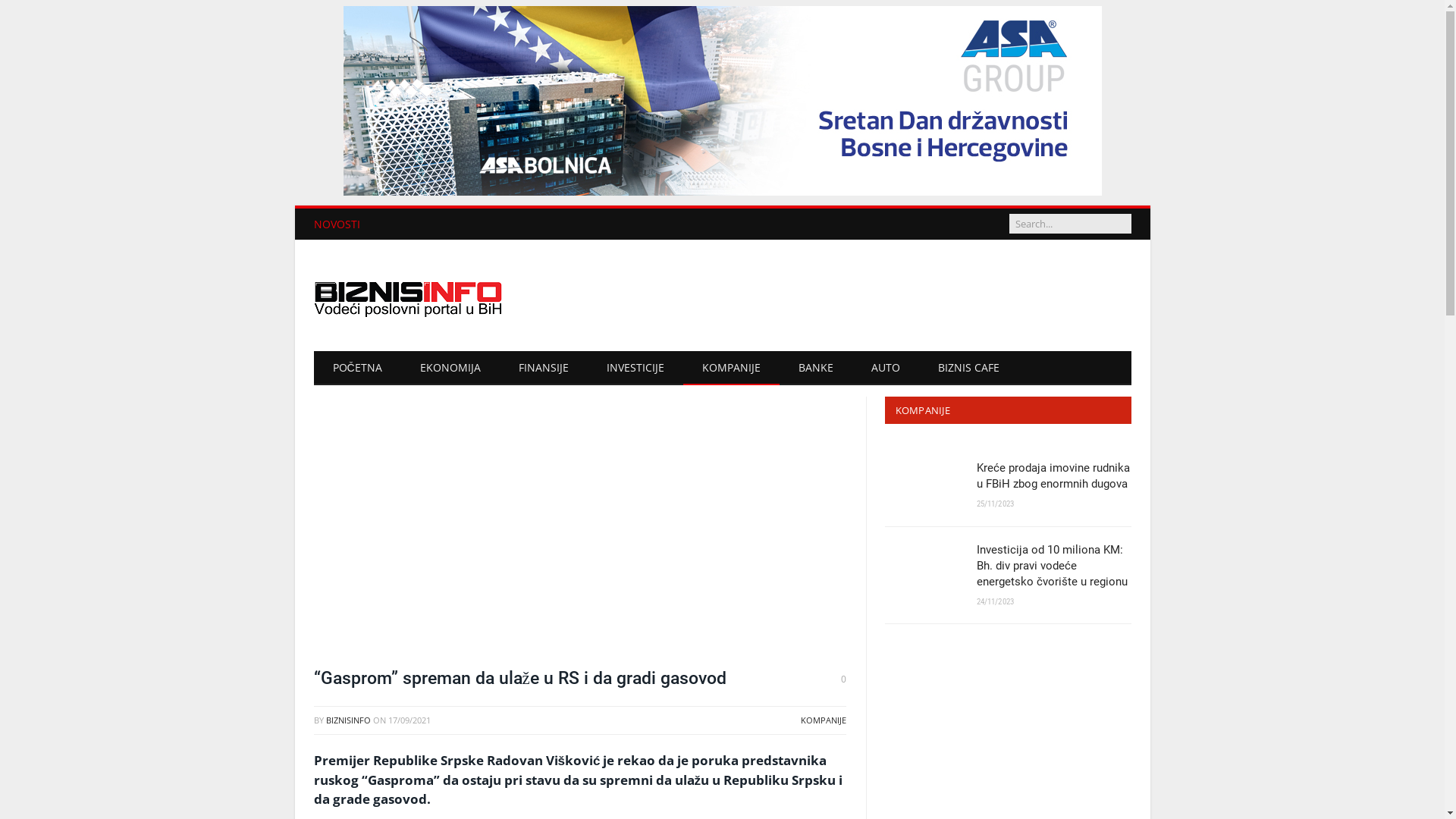 The image size is (1456, 819). Describe the element at coordinates (885, 368) in the screenshot. I see `'AUTO'` at that location.